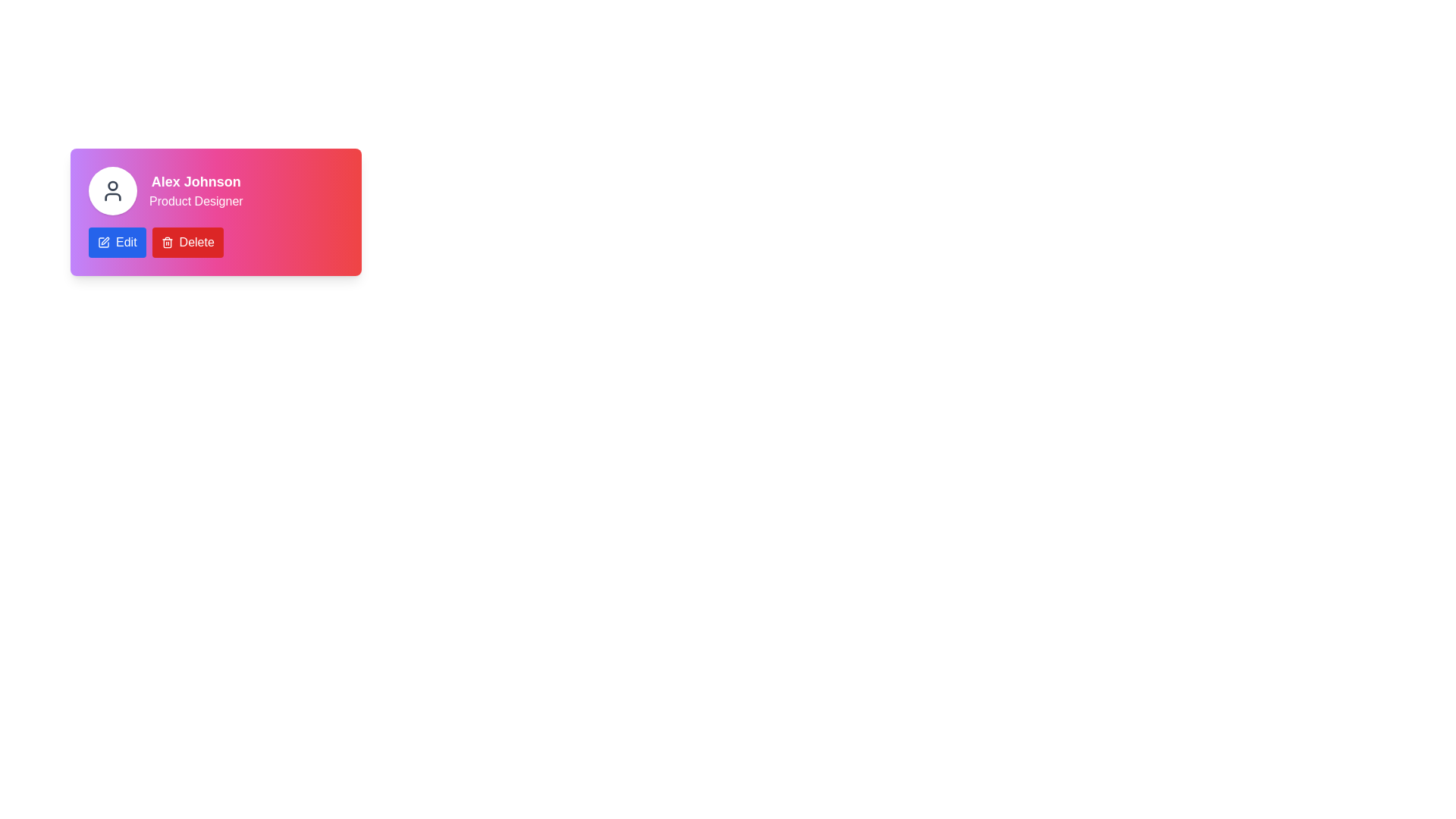 The height and width of the screenshot is (819, 1456). Describe the element at coordinates (196, 242) in the screenshot. I see `the text 'Delete' which is styled in a sans-serif font and presented in white color against a red background, located in the bottom right portion of the card interface` at that location.